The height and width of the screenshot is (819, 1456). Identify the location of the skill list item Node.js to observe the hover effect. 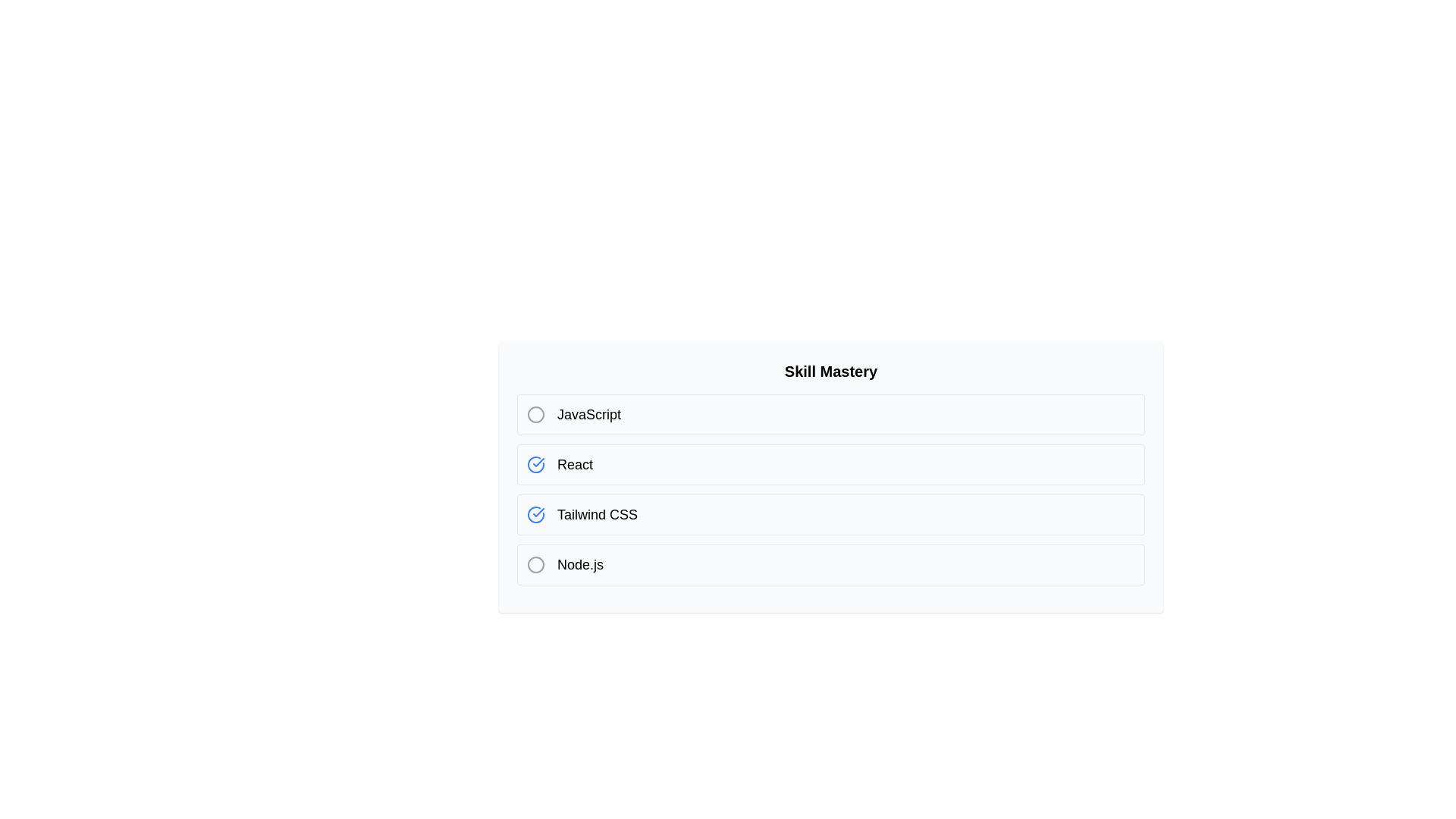
(830, 564).